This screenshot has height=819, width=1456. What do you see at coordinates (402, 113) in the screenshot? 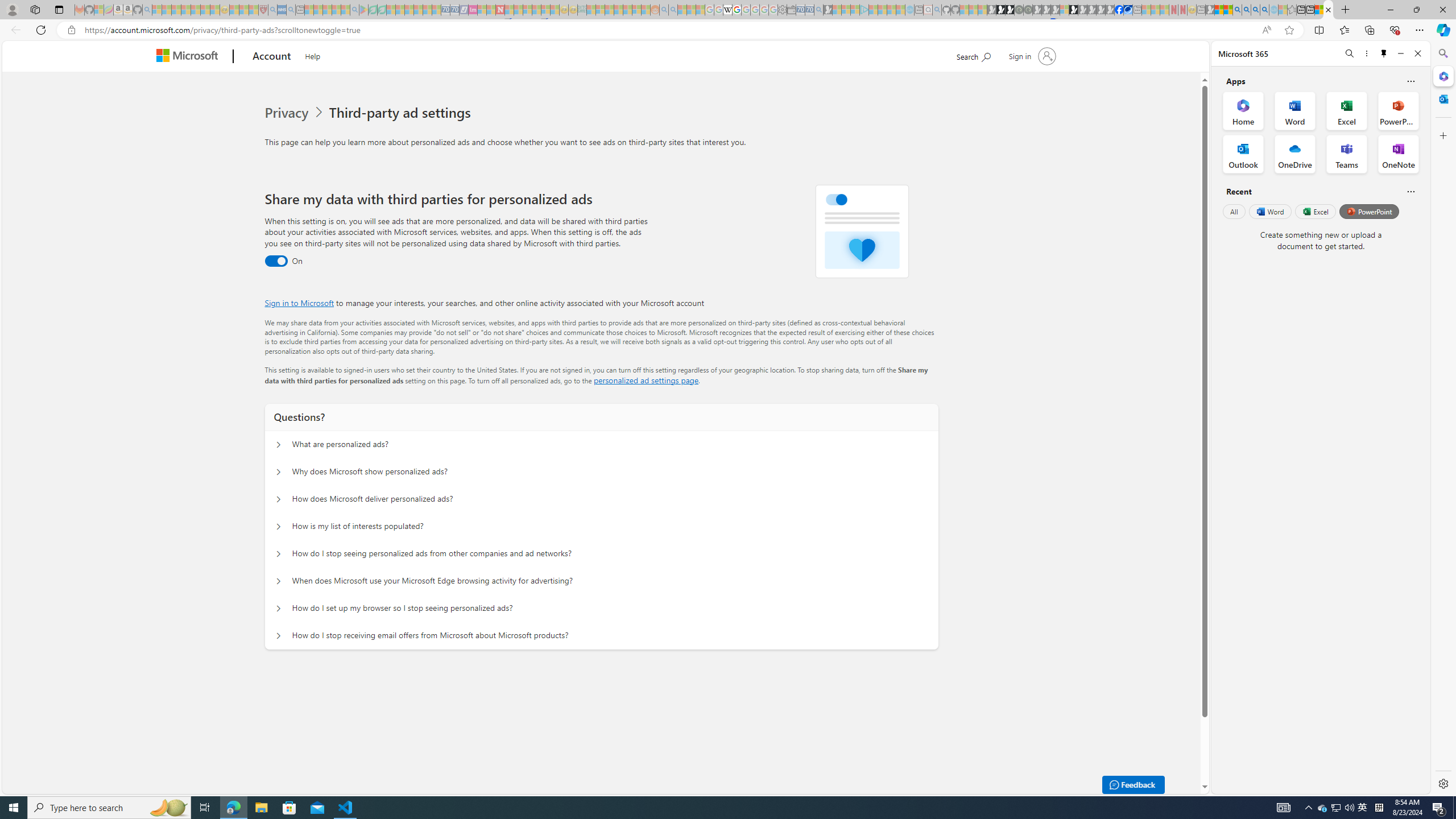
I see `'Third-party ad settings'` at bounding box center [402, 113].